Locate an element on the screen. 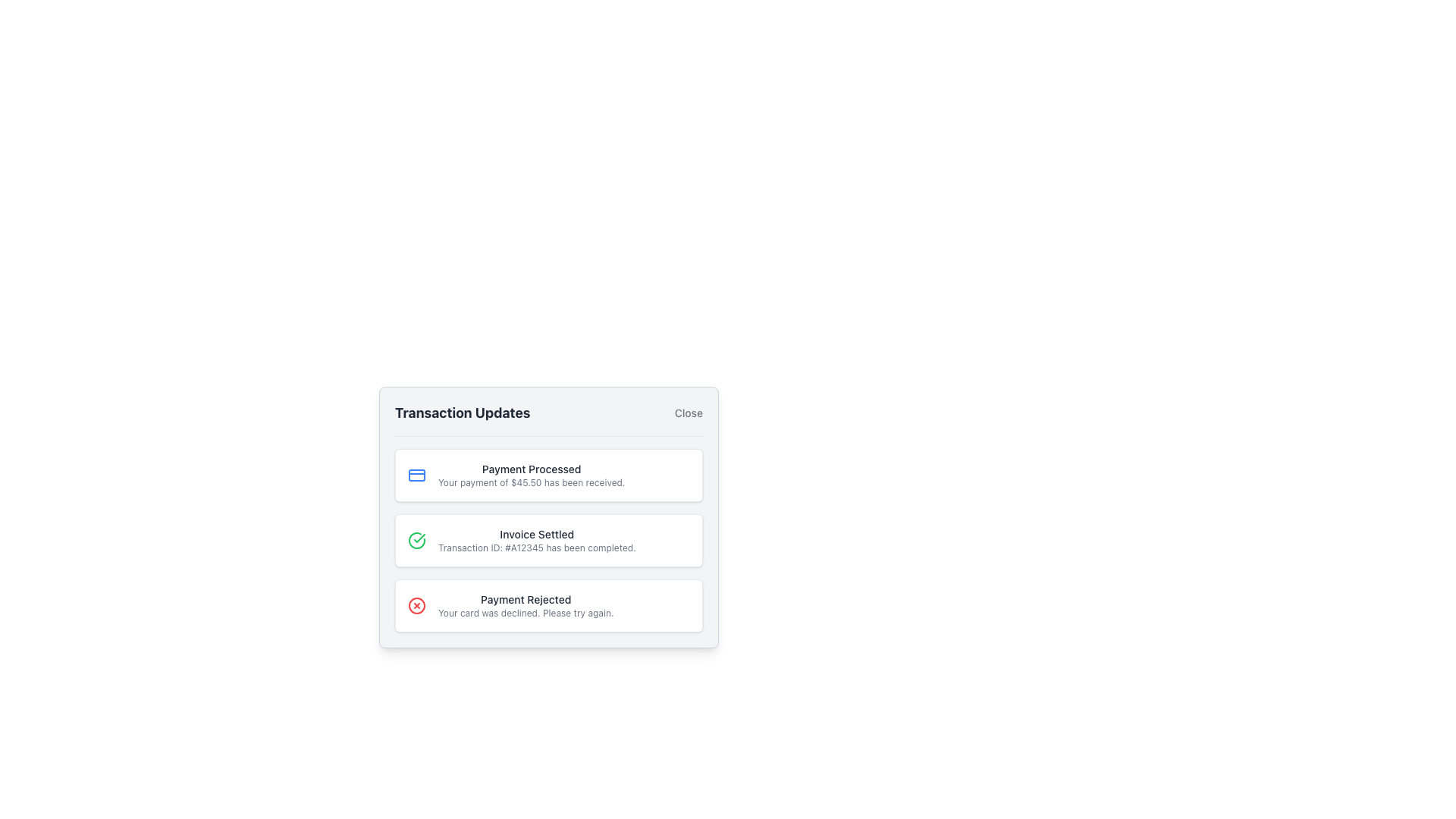 This screenshot has height=819, width=1456. the second notification card titled 'Invoice Settled' within the 'Transaction Updates' section, which displays a completed transaction message is located at coordinates (548, 540).